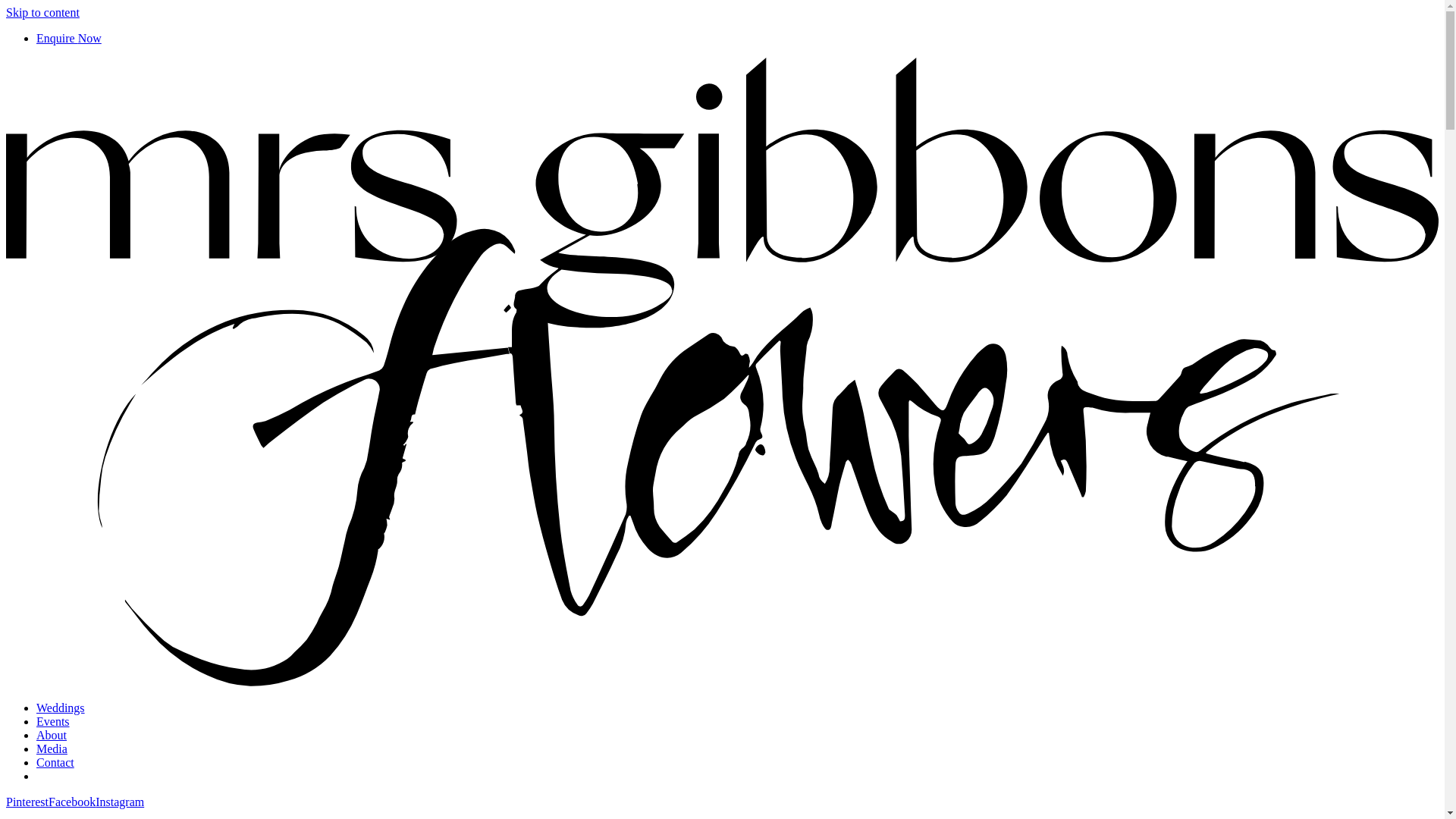 This screenshot has width=1456, height=819. I want to click on 'Media', so click(52, 748).